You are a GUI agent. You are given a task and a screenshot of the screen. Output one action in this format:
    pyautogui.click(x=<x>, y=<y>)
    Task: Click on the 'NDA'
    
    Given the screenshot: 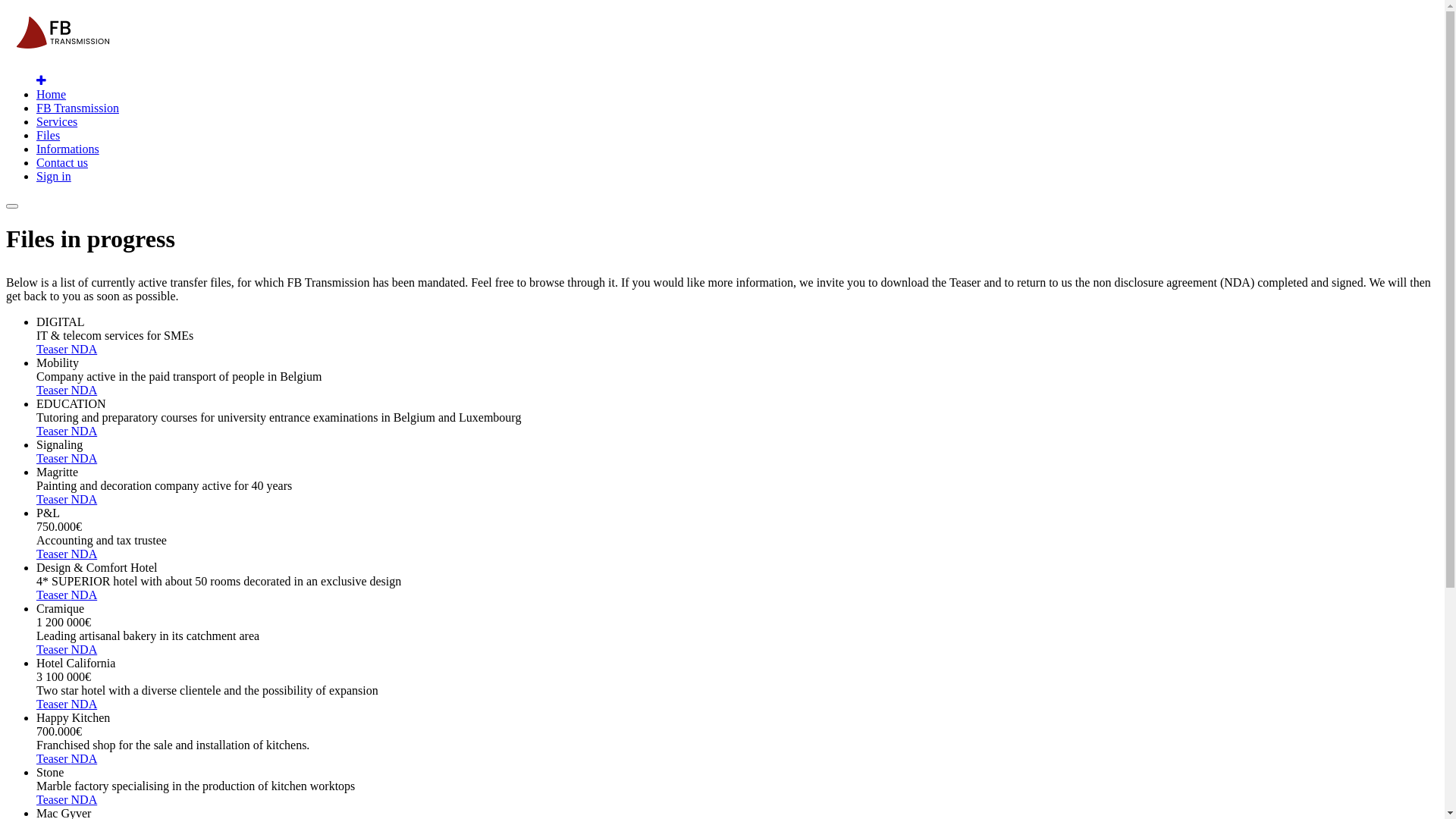 What is the action you would take?
    pyautogui.click(x=83, y=758)
    